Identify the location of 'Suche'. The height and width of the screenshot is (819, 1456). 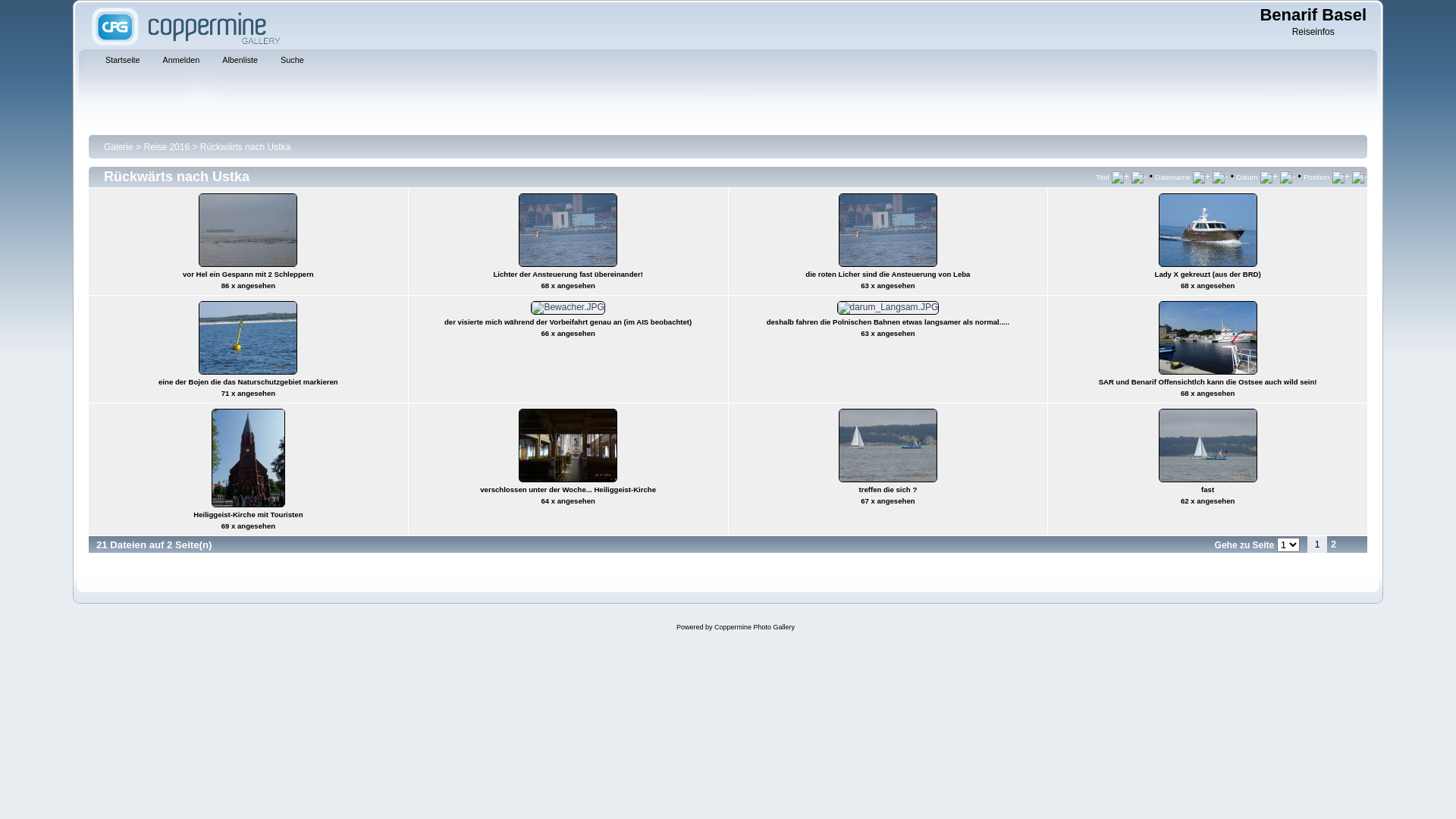
(268, 61).